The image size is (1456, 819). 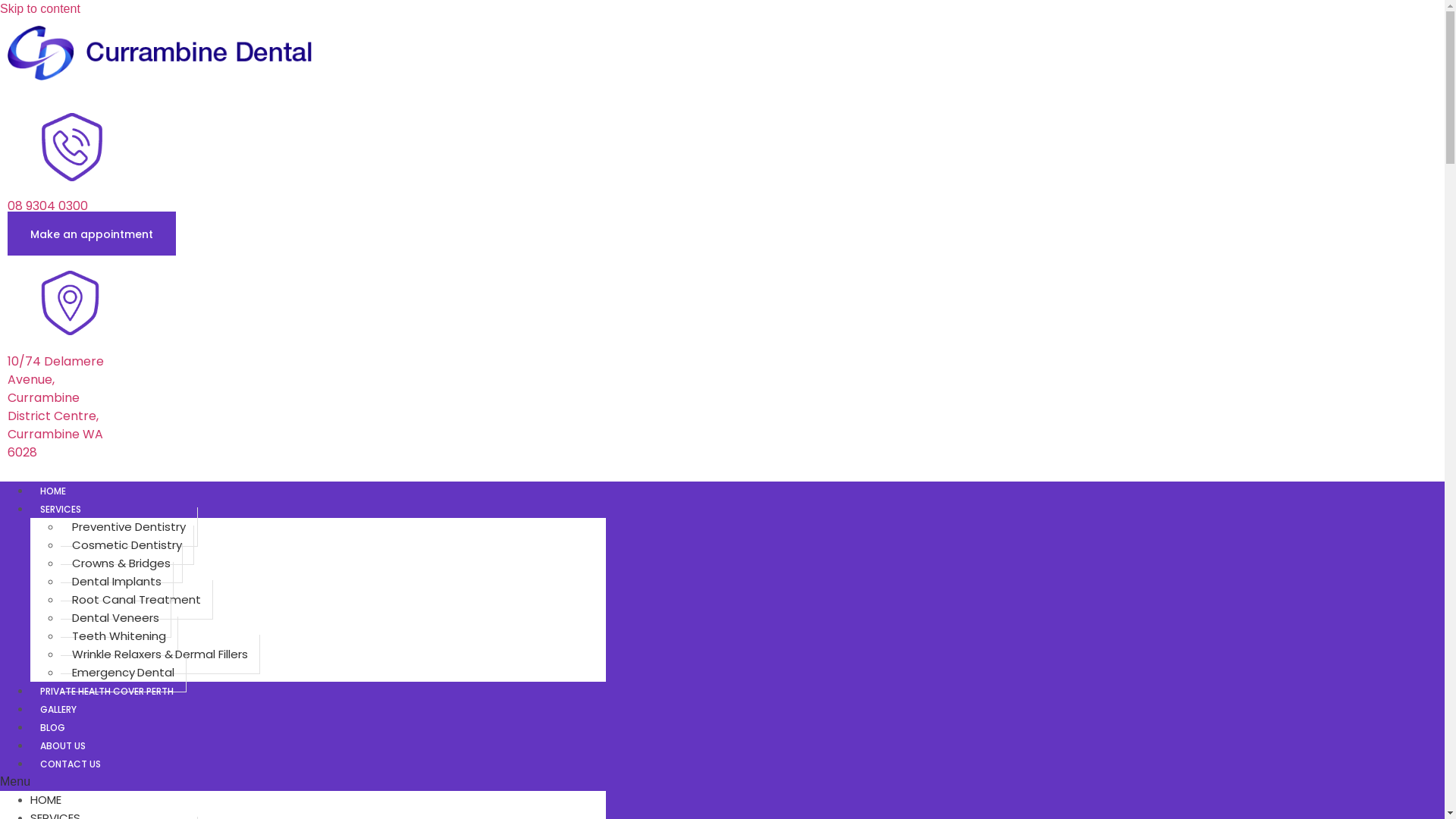 I want to click on 'GALLERY', so click(x=58, y=708).